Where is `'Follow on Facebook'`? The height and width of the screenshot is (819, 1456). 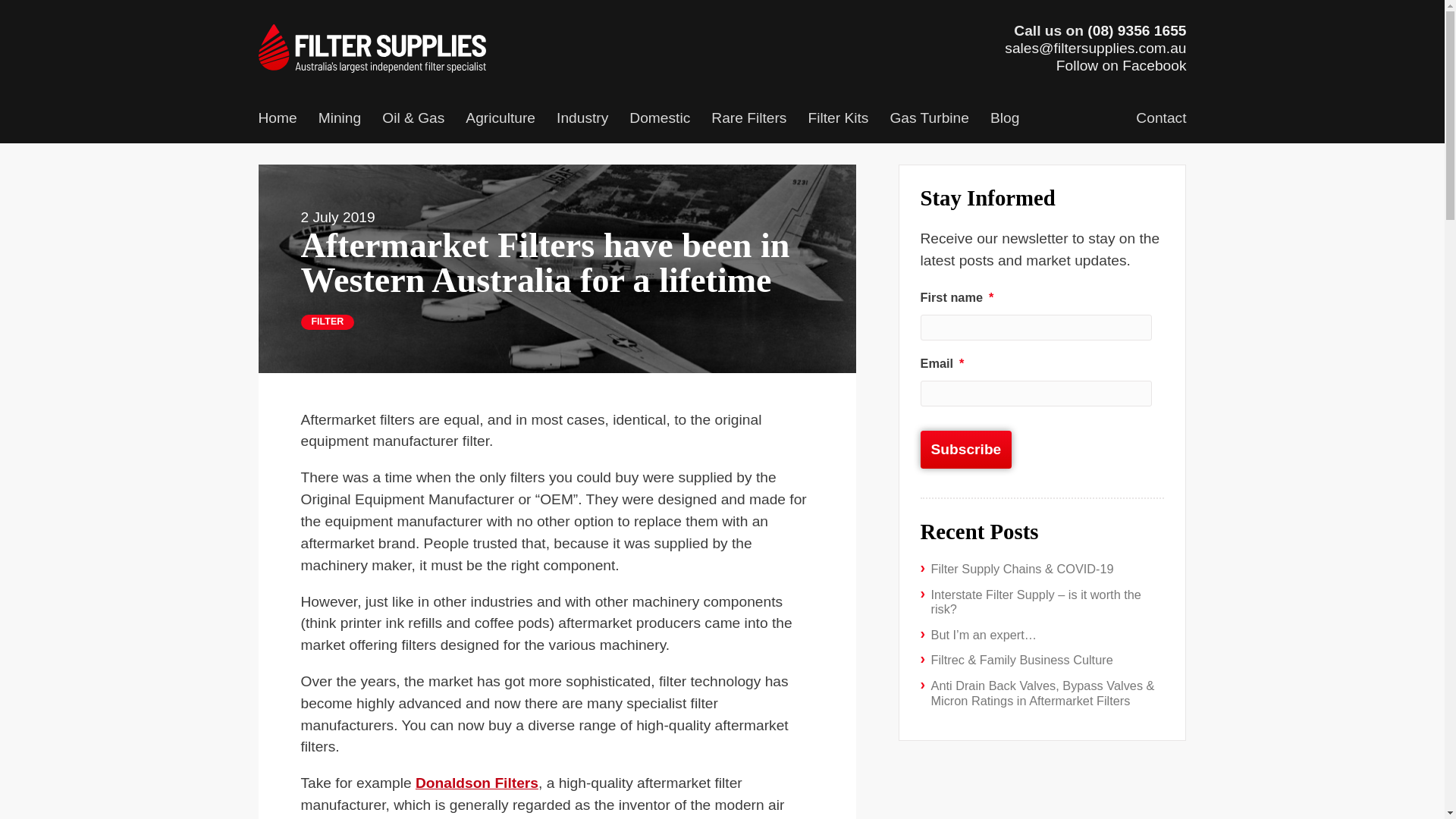 'Follow on Facebook' is located at coordinates (1121, 64).